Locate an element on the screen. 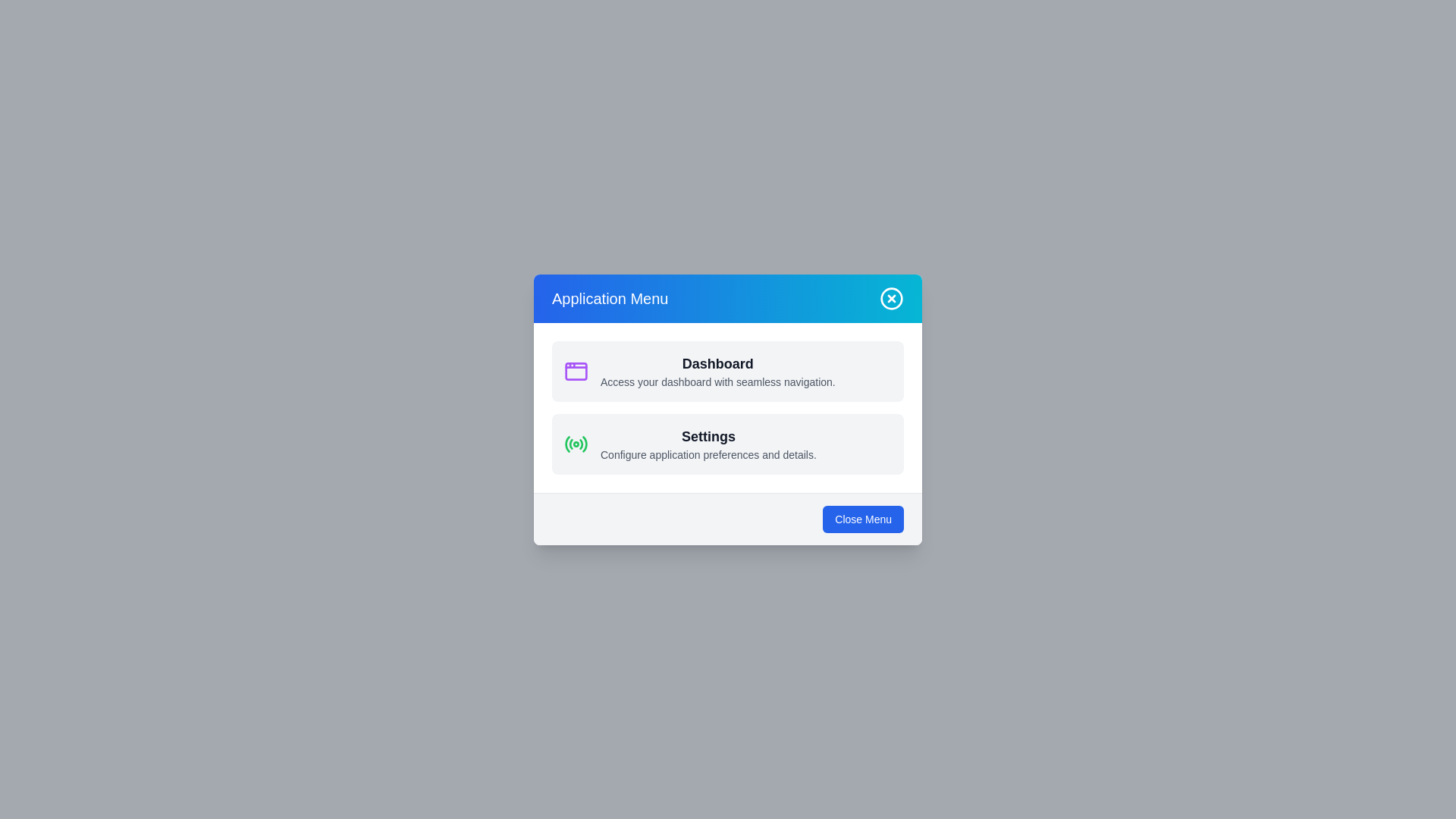 This screenshot has width=1456, height=819. the menu item Settings from the menu is located at coordinates (728, 444).